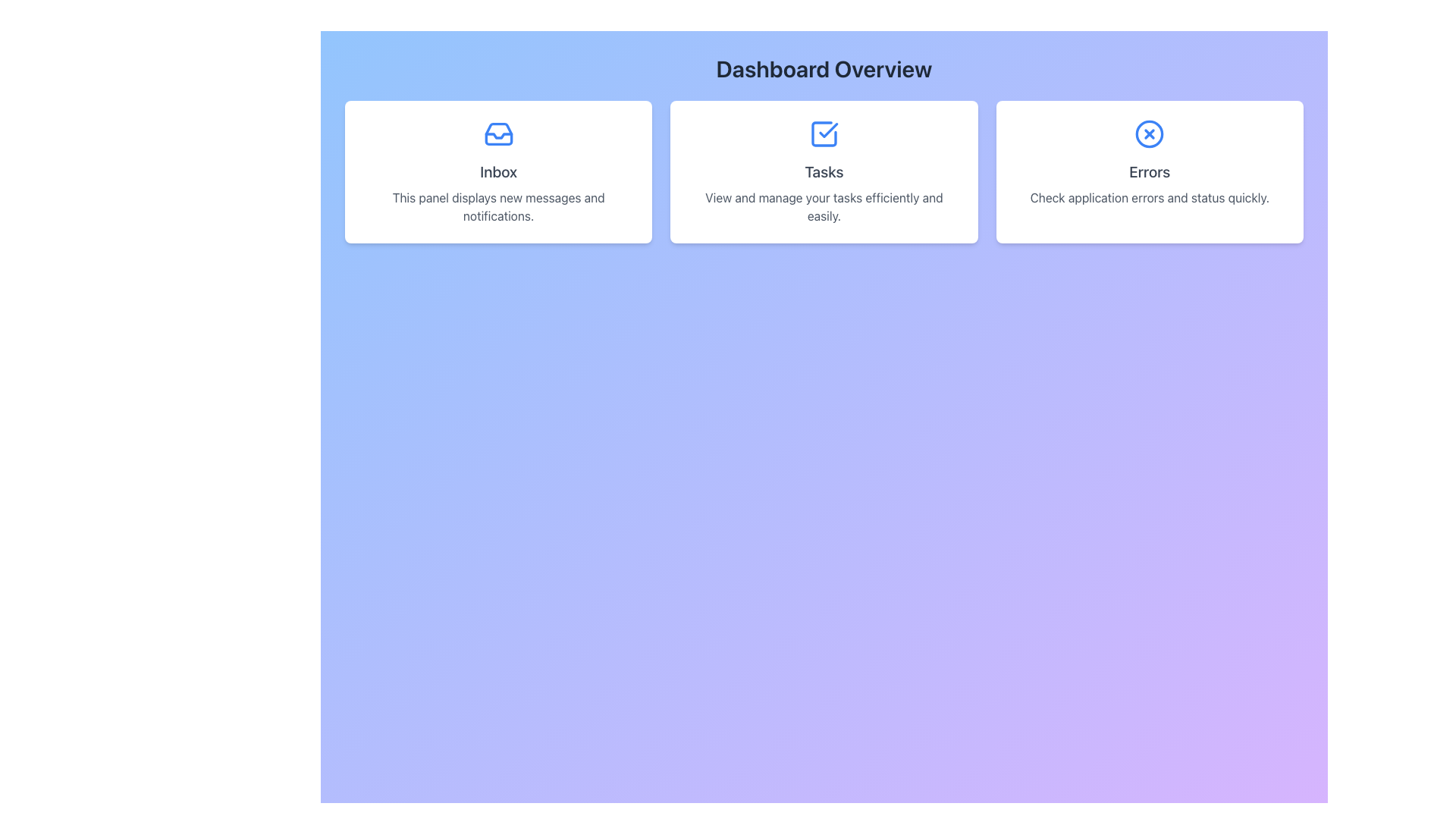 The image size is (1456, 819). What do you see at coordinates (498, 207) in the screenshot?
I see `the text label that explains the purpose of the card, indicating it shows messages and notifications, located at the bottom of a white panel below the bolded 'Inbox' title and inbox envelope icon` at bounding box center [498, 207].